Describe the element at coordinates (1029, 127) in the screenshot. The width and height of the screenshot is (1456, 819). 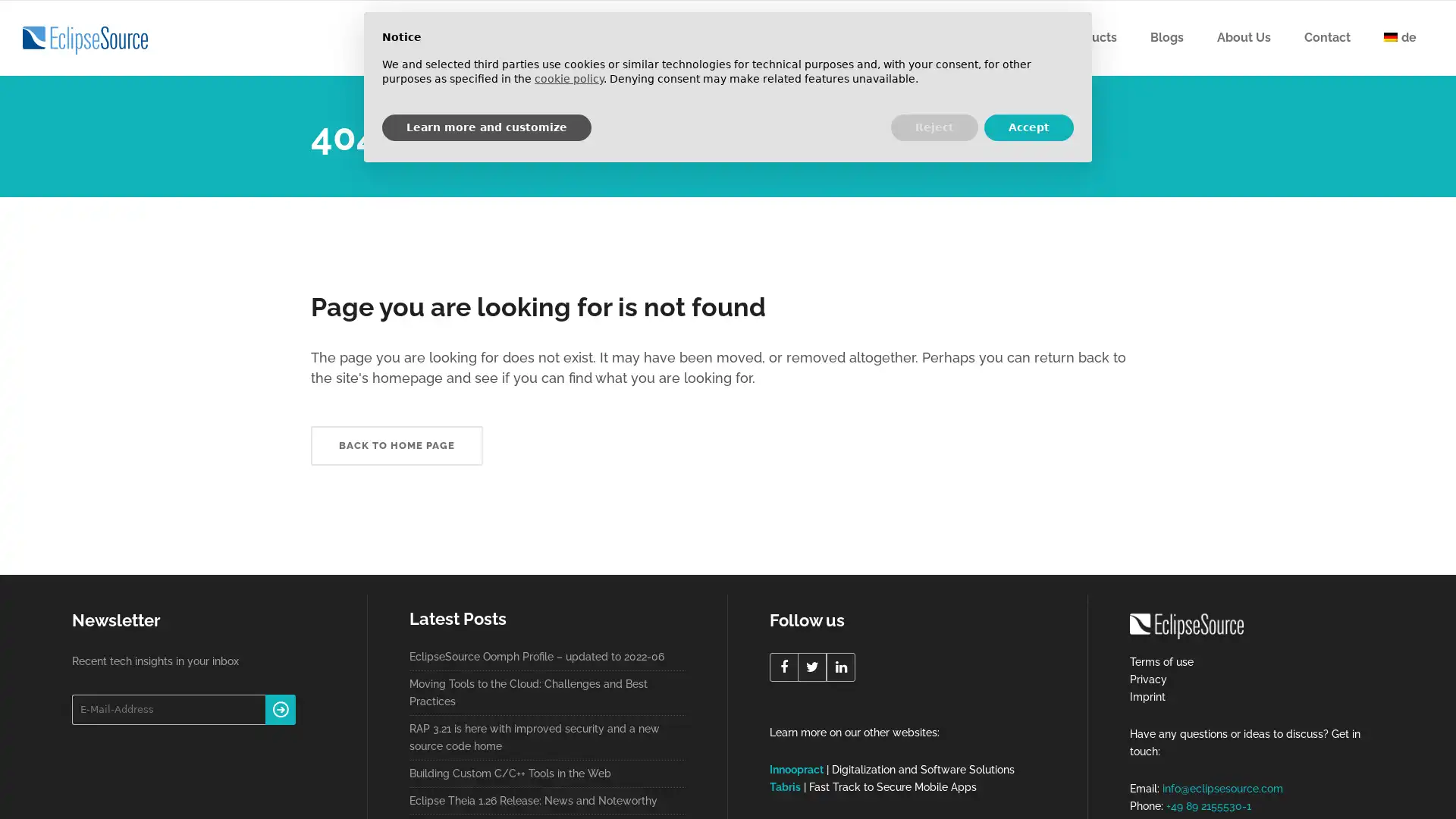
I see `Accept` at that location.